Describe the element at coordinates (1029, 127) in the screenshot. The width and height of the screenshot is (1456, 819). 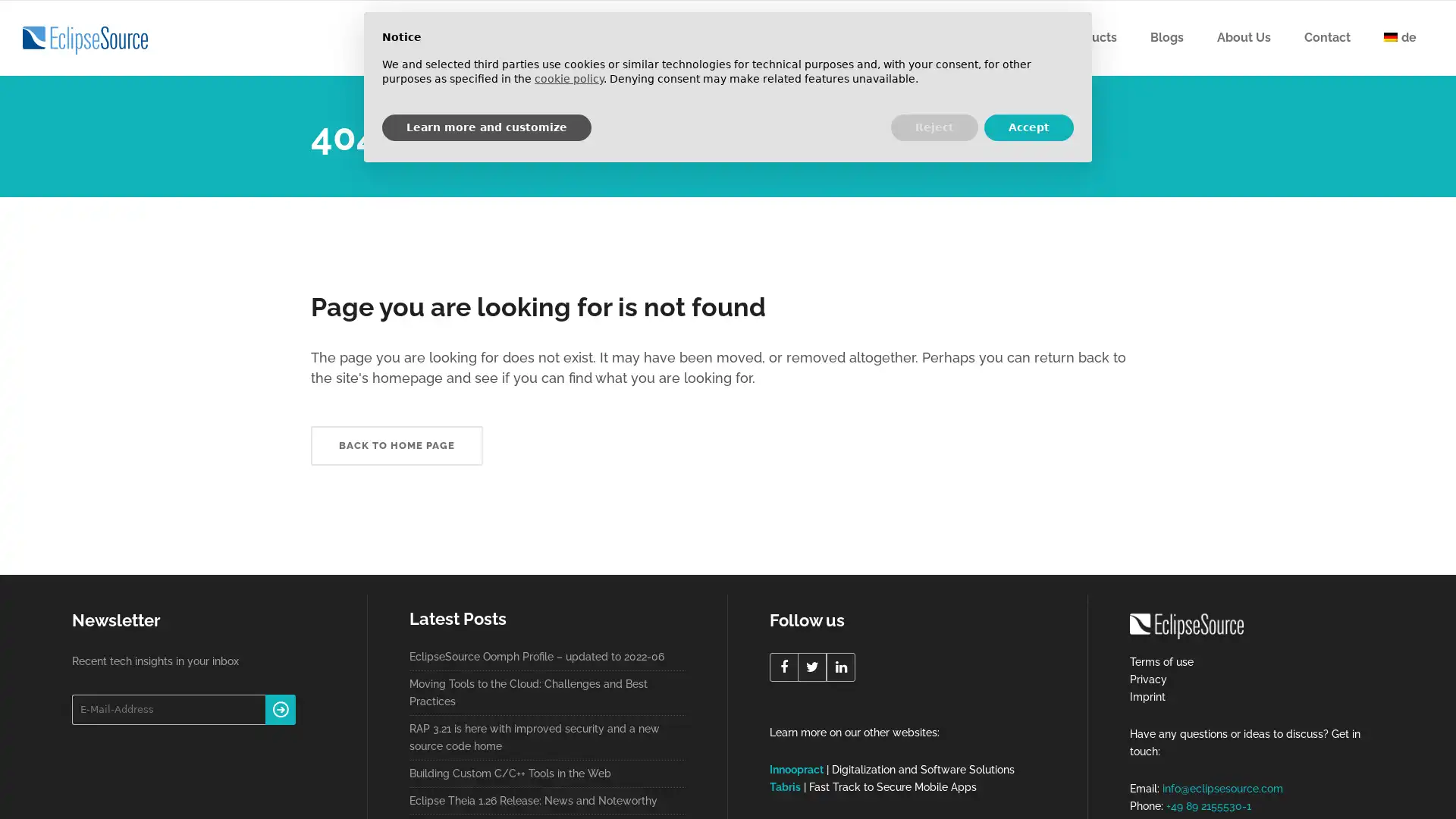
I see `Accept` at that location.